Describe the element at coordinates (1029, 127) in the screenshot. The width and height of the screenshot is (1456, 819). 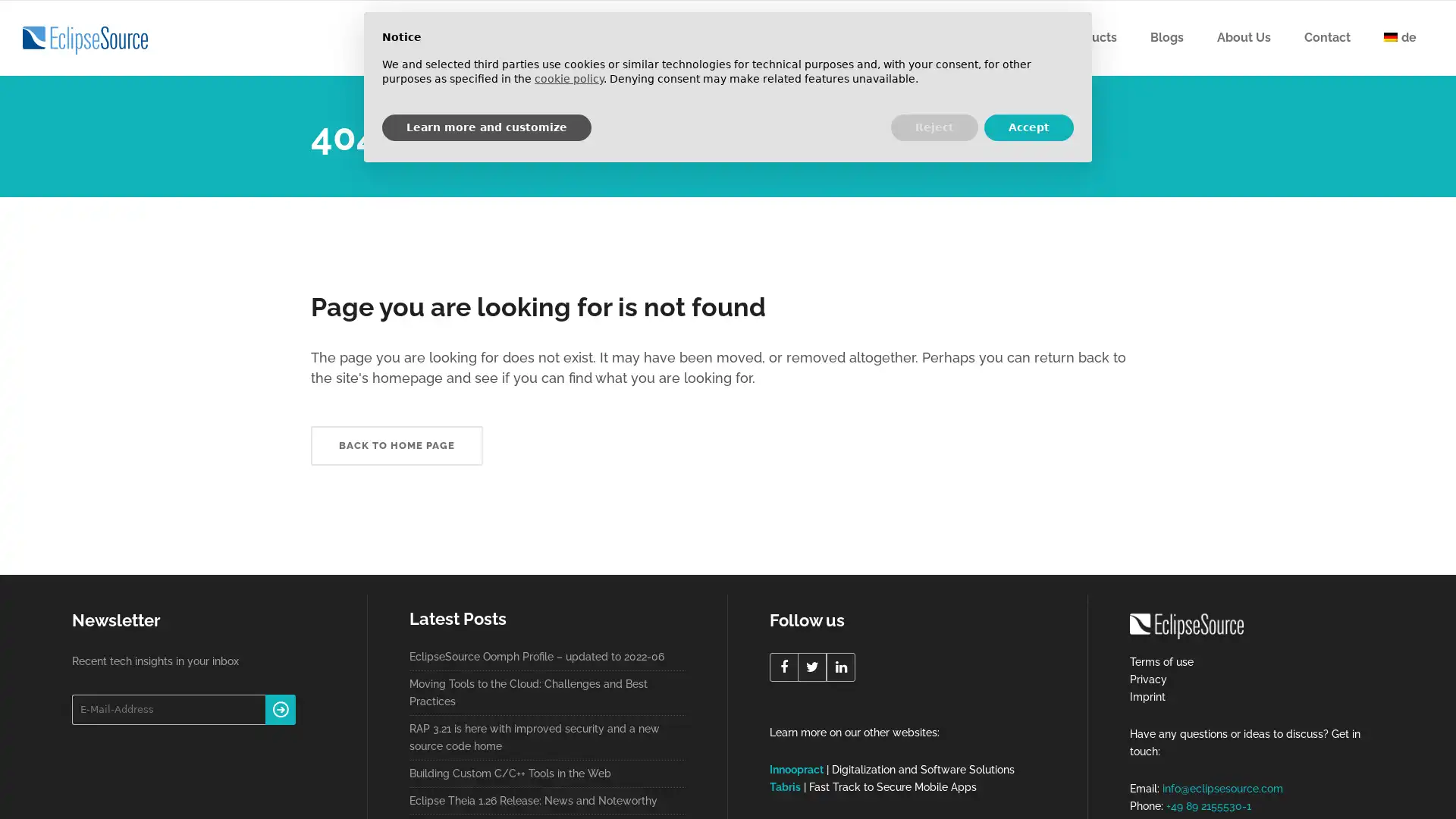
I see `Accept` at that location.